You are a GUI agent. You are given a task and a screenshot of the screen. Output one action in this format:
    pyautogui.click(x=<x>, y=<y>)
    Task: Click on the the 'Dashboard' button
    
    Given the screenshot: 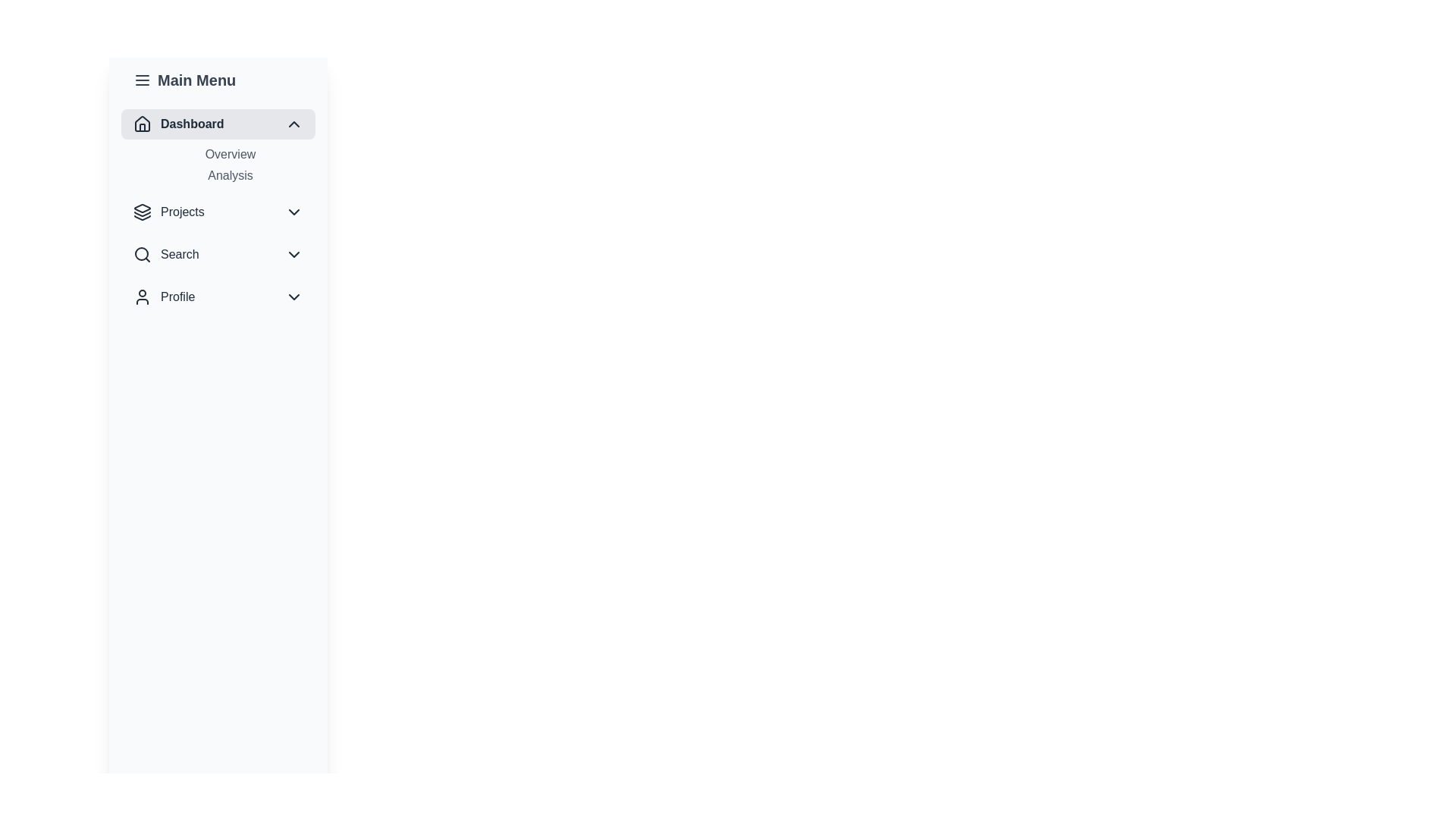 What is the action you would take?
    pyautogui.click(x=218, y=124)
    